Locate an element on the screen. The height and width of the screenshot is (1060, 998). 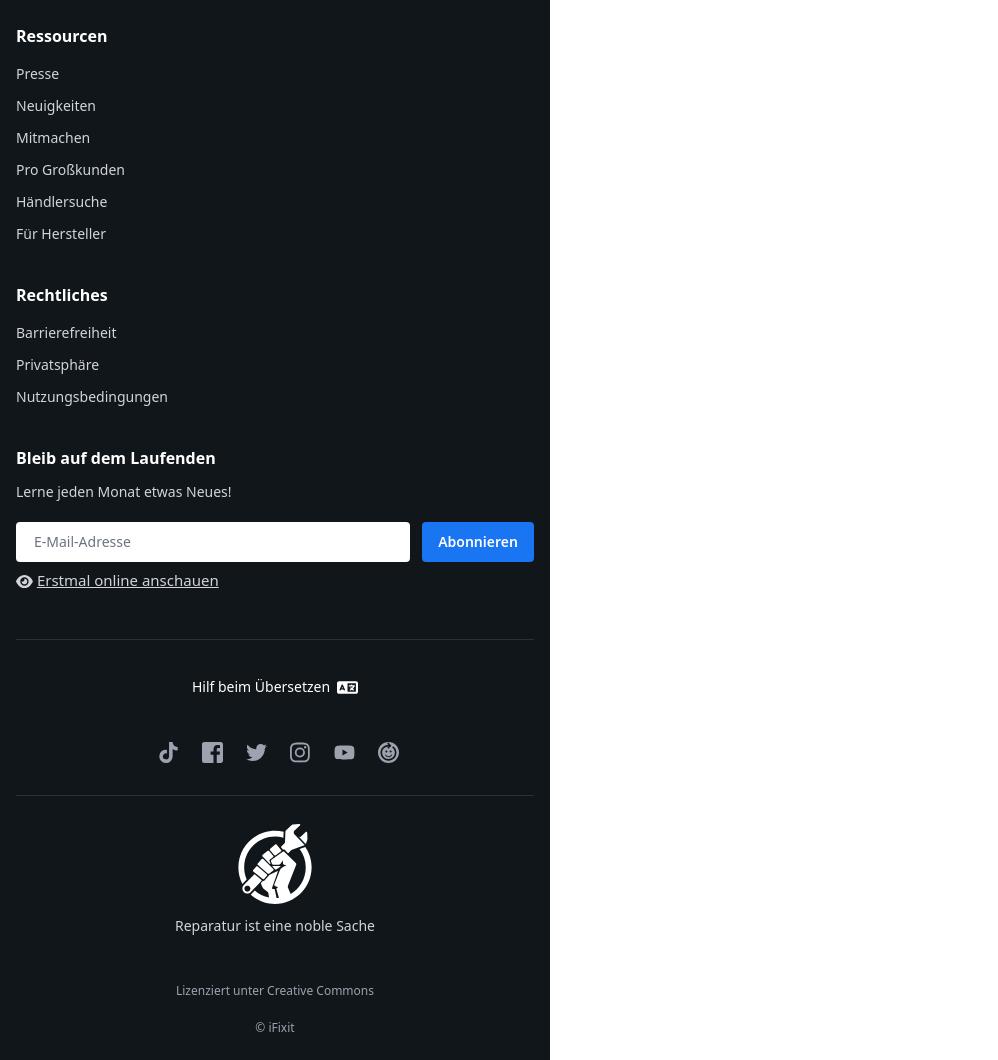
'Reparatur ist eine noble Sache' is located at coordinates (174, 925).